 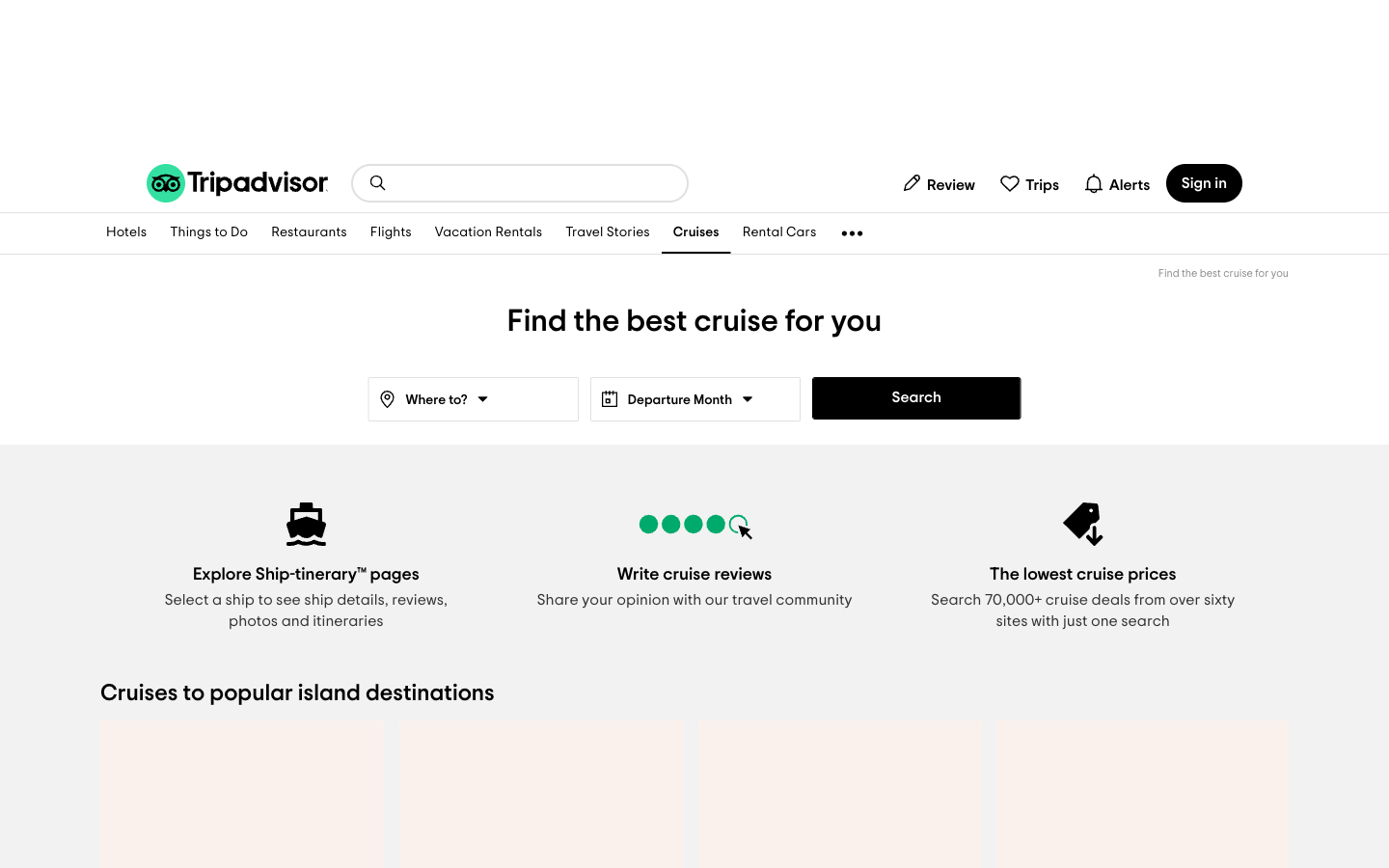 I want to click on Locate lodging services in your current region, so click(x=125, y=232).